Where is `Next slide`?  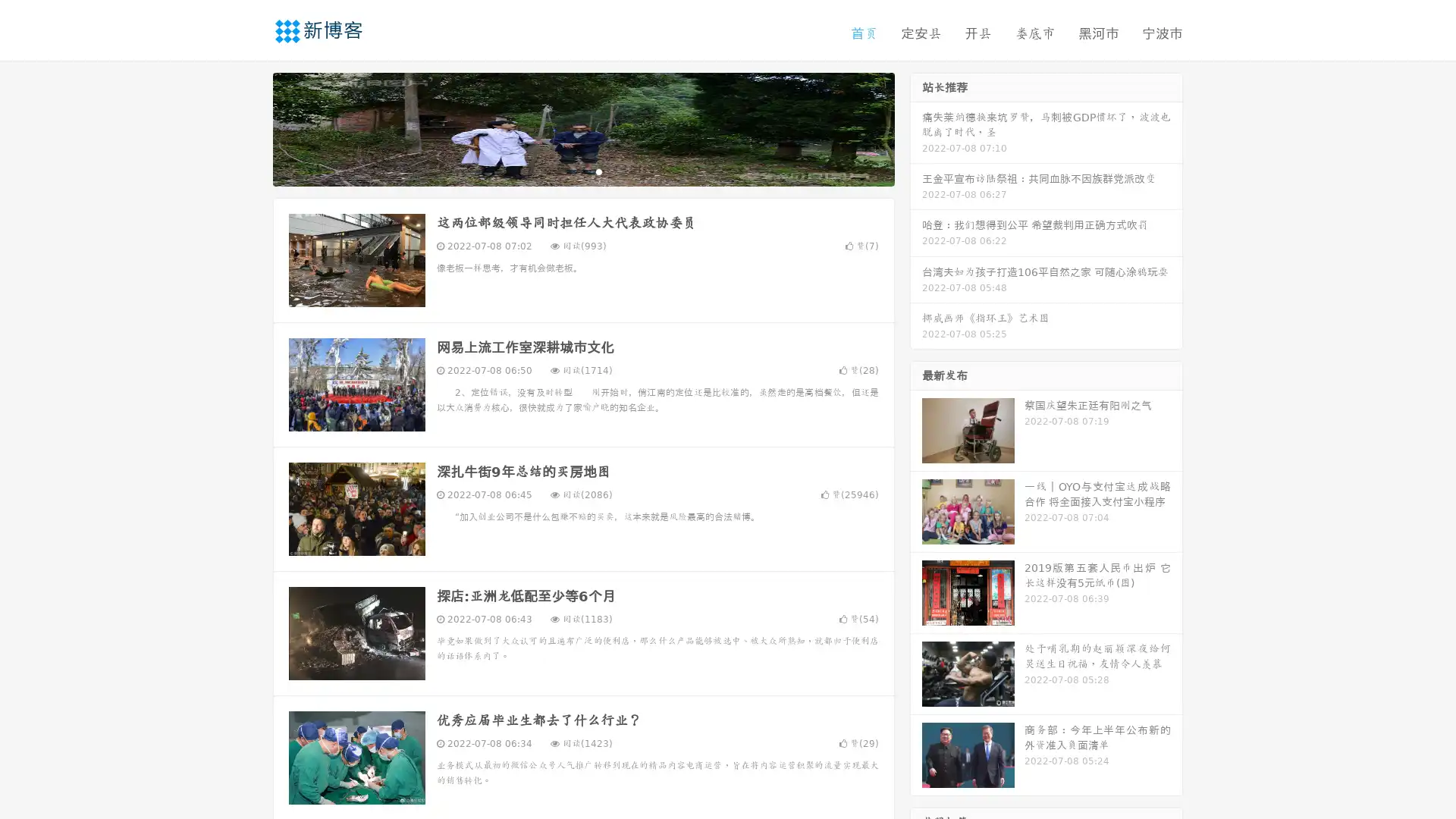 Next slide is located at coordinates (916, 127).